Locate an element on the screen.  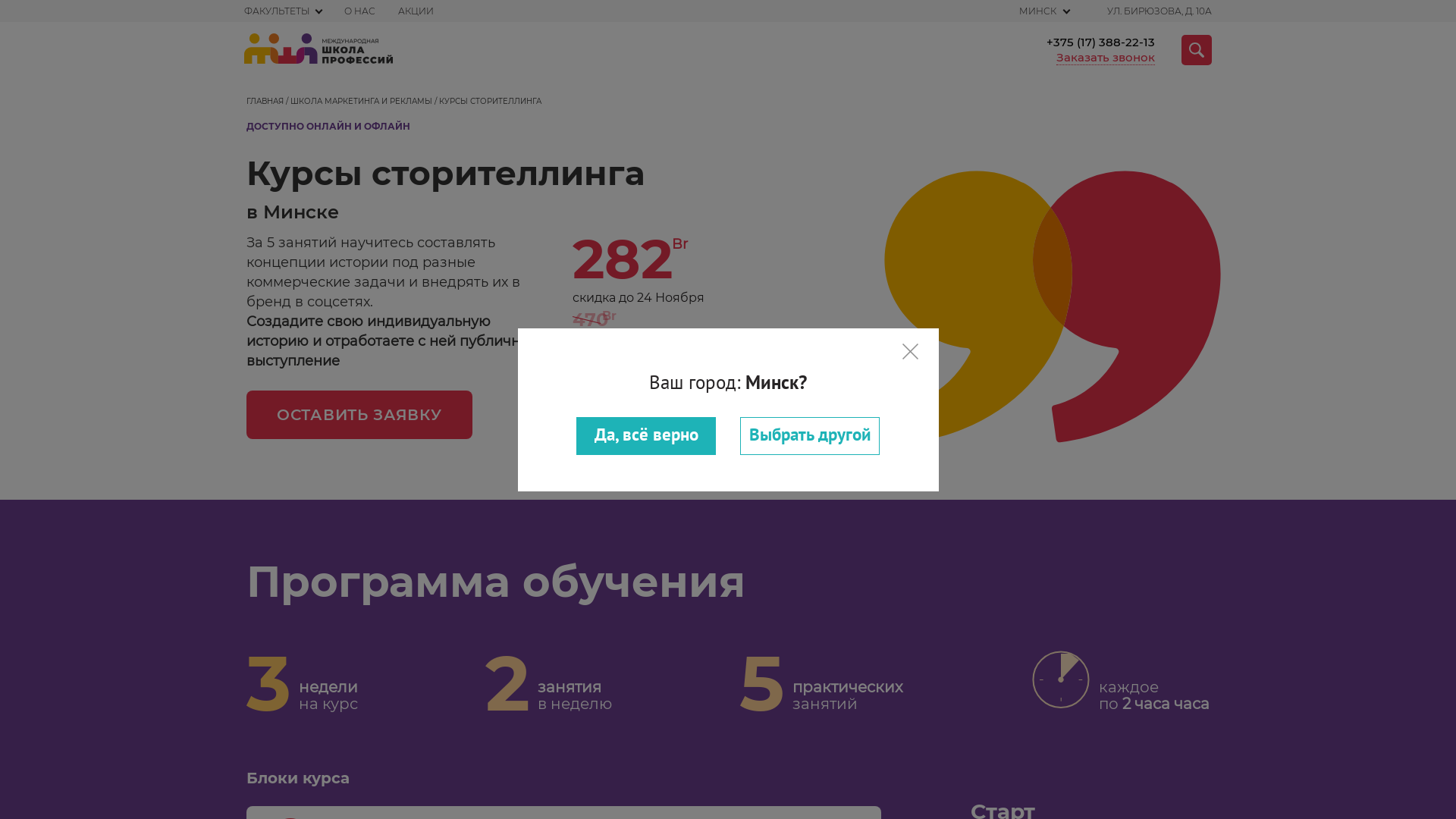
'+375 (17) 388-22-13' is located at coordinates (1100, 42).